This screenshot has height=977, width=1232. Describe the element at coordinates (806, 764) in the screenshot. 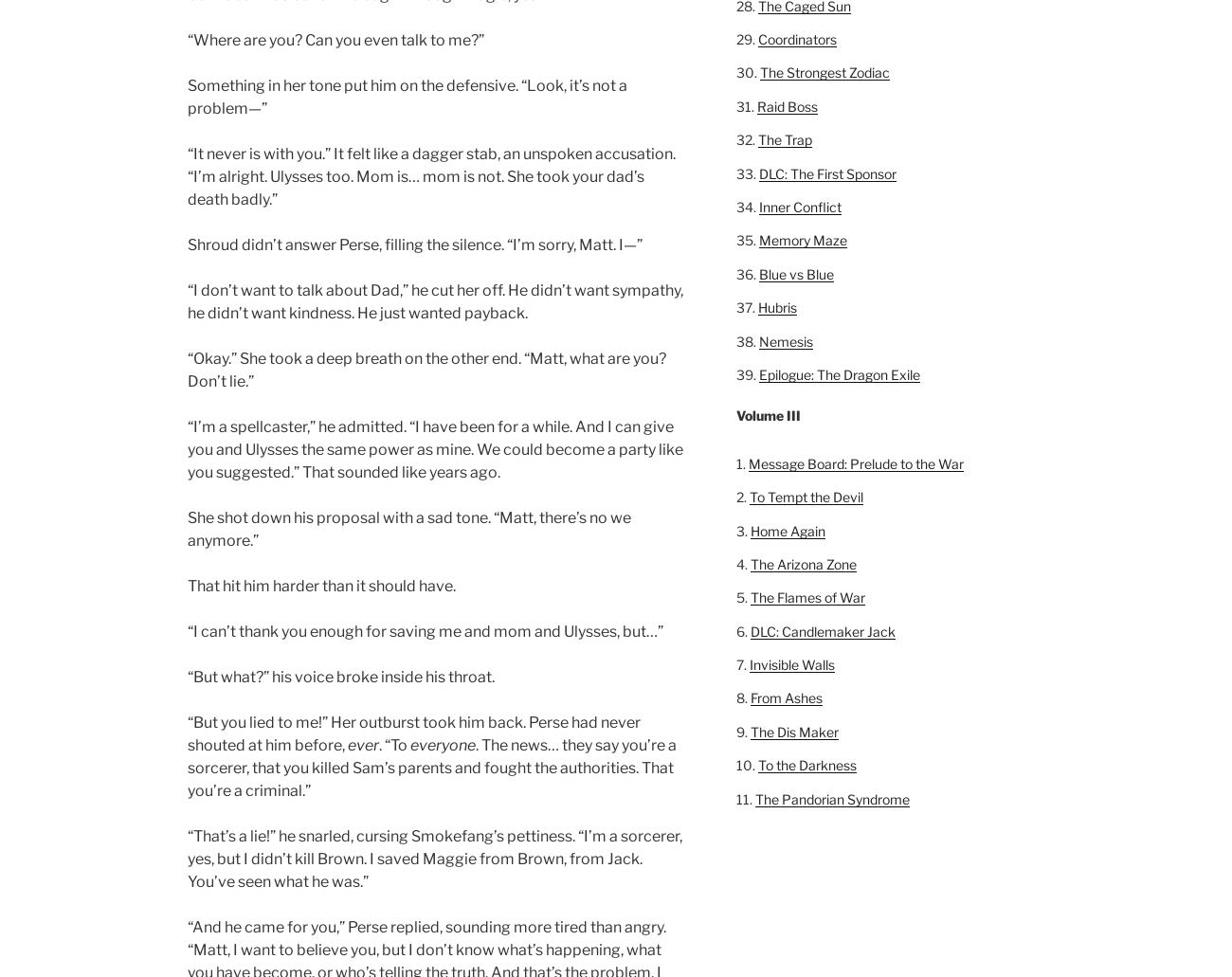

I see `'To the Darkness'` at that location.